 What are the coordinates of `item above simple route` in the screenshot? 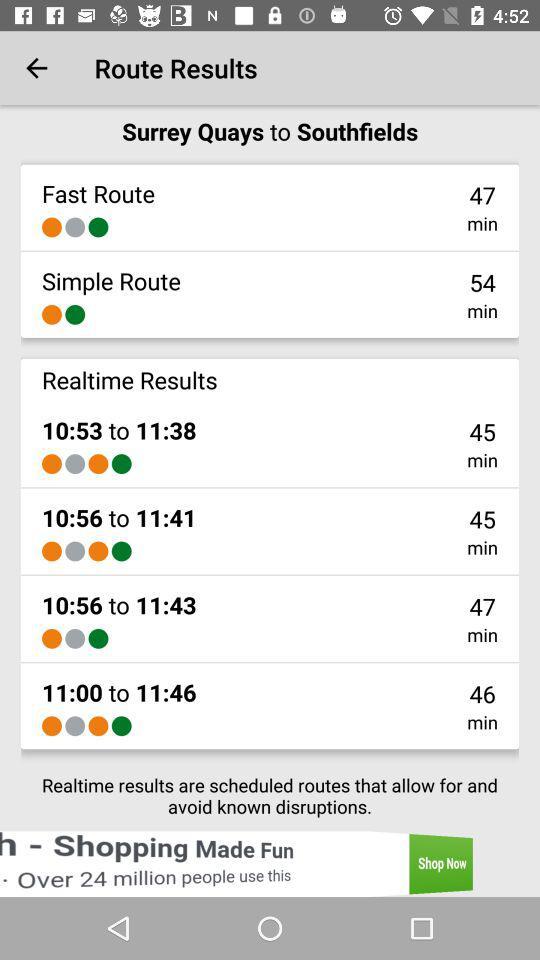 It's located at (51, 227).